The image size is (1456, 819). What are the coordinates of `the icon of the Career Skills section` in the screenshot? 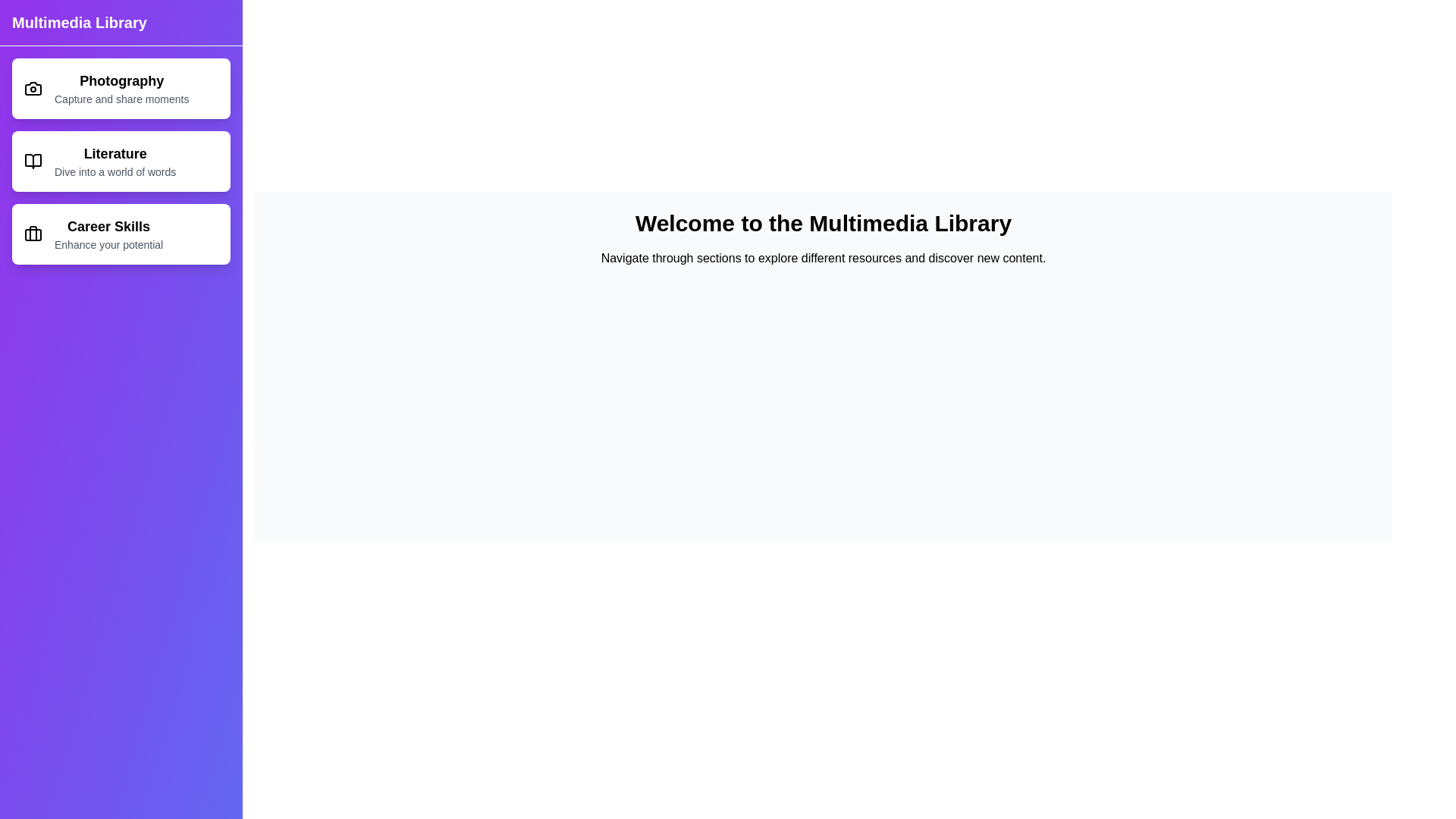 It's located at (33, 234).